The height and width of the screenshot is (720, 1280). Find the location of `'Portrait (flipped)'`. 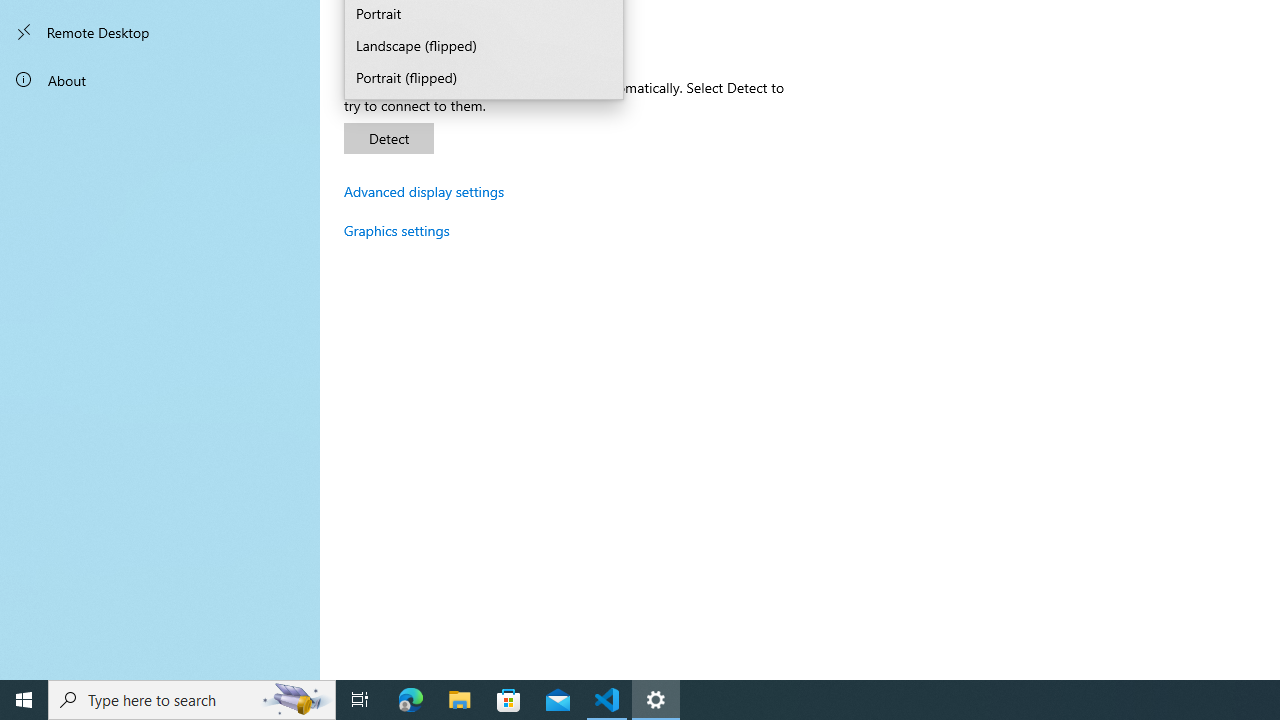

'Portrait (flipped)' is located at coordinates (484, 78).